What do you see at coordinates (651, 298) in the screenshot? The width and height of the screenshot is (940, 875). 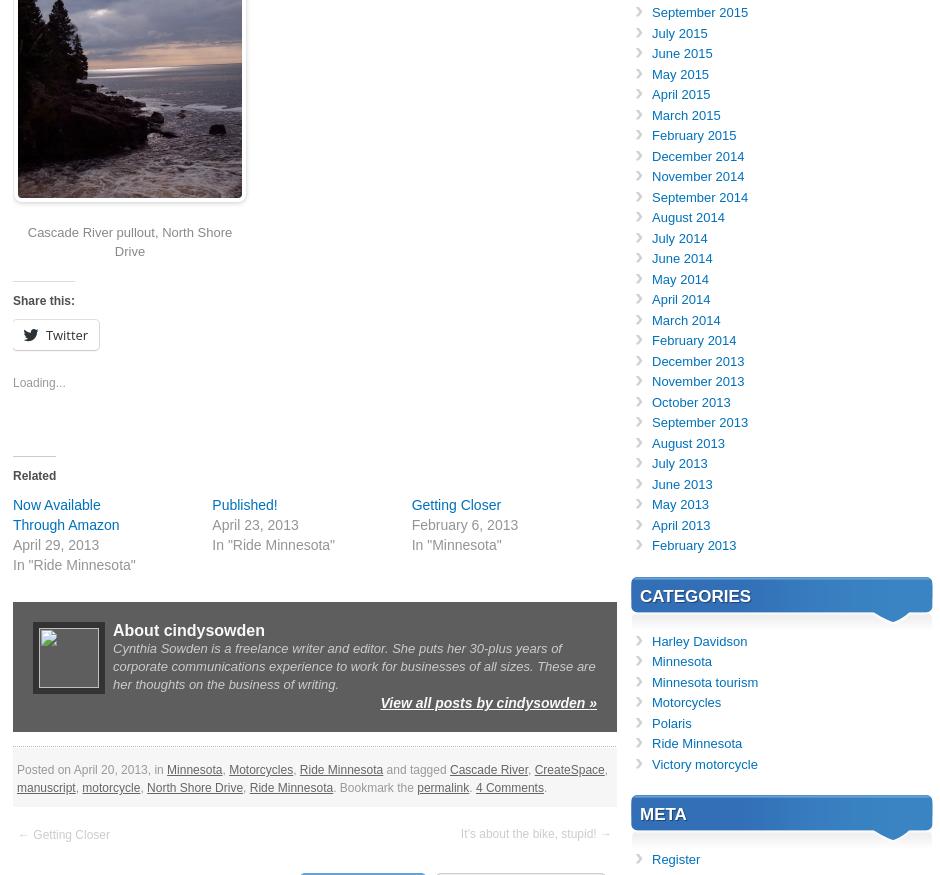 I see `'April 2014'` at bounding box center [651, 298].